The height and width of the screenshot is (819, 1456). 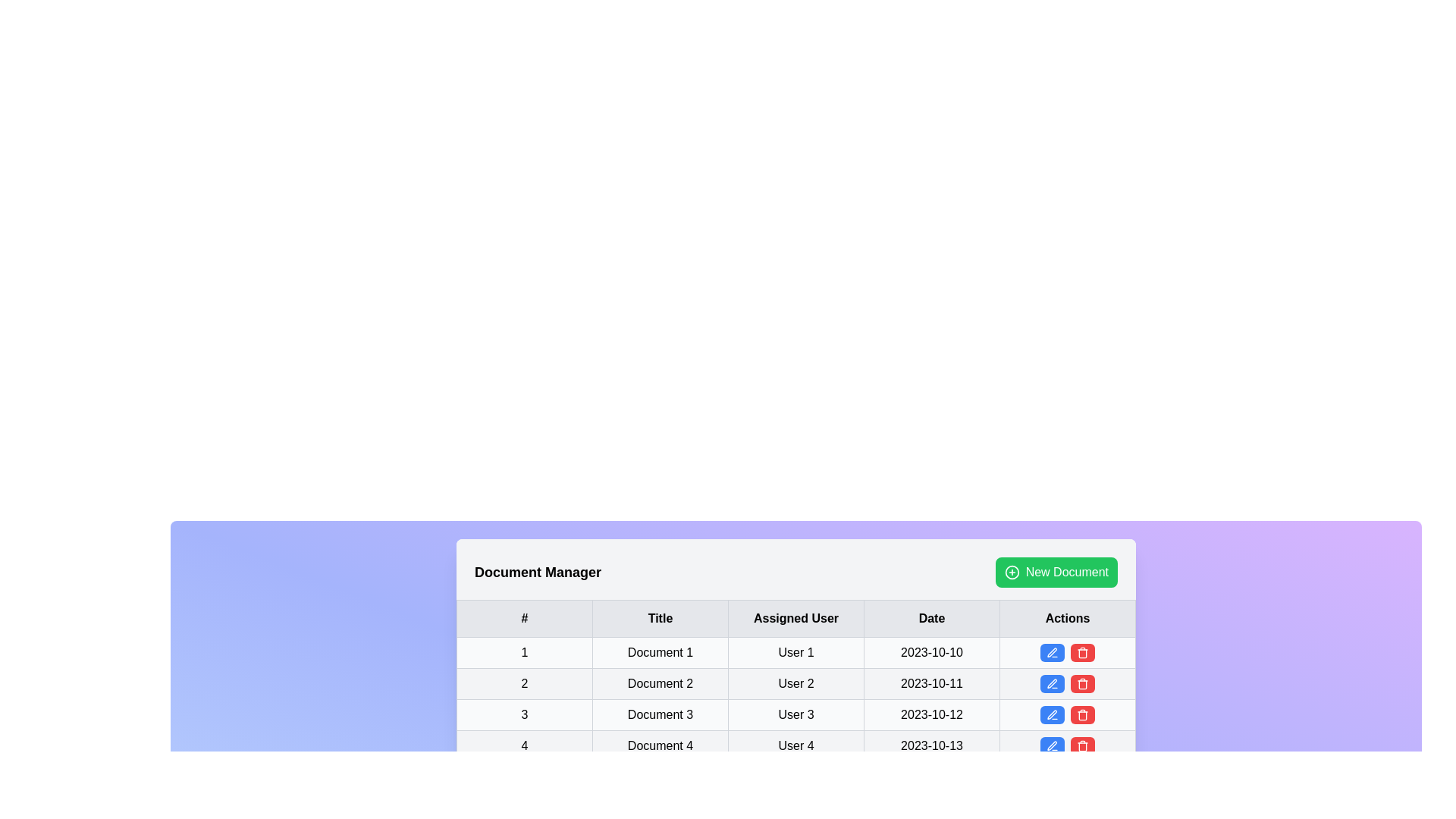 What do you see at coordinates (1082, 684) in the screenshot?
I see `the delete button located in the Actions column of the row for 'Document 2', which is the second button to the right of the blue pen icon button` at bounding box center [1082, 684].